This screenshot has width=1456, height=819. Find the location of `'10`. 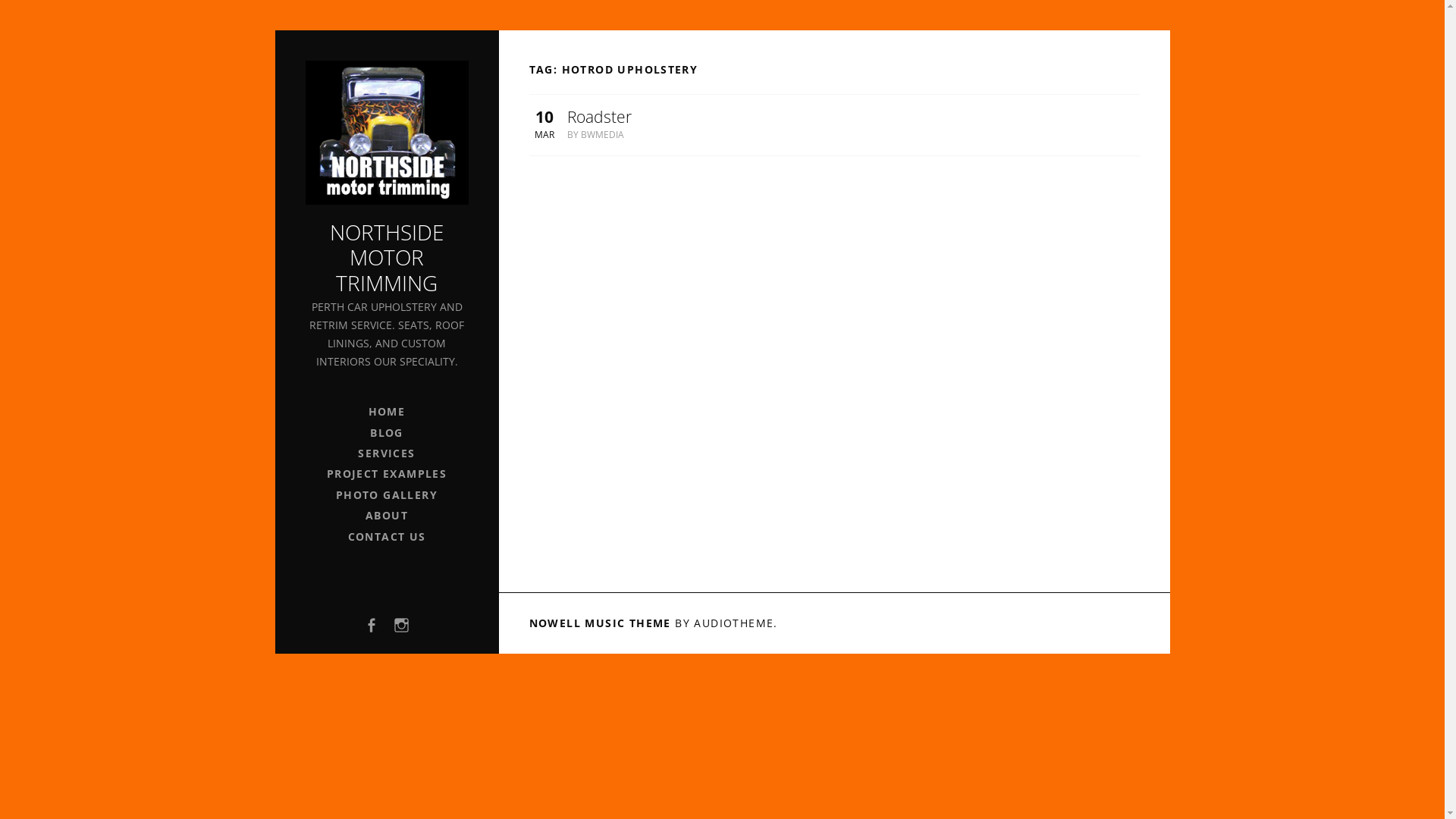

'10 is located at coordinates (544, 123).